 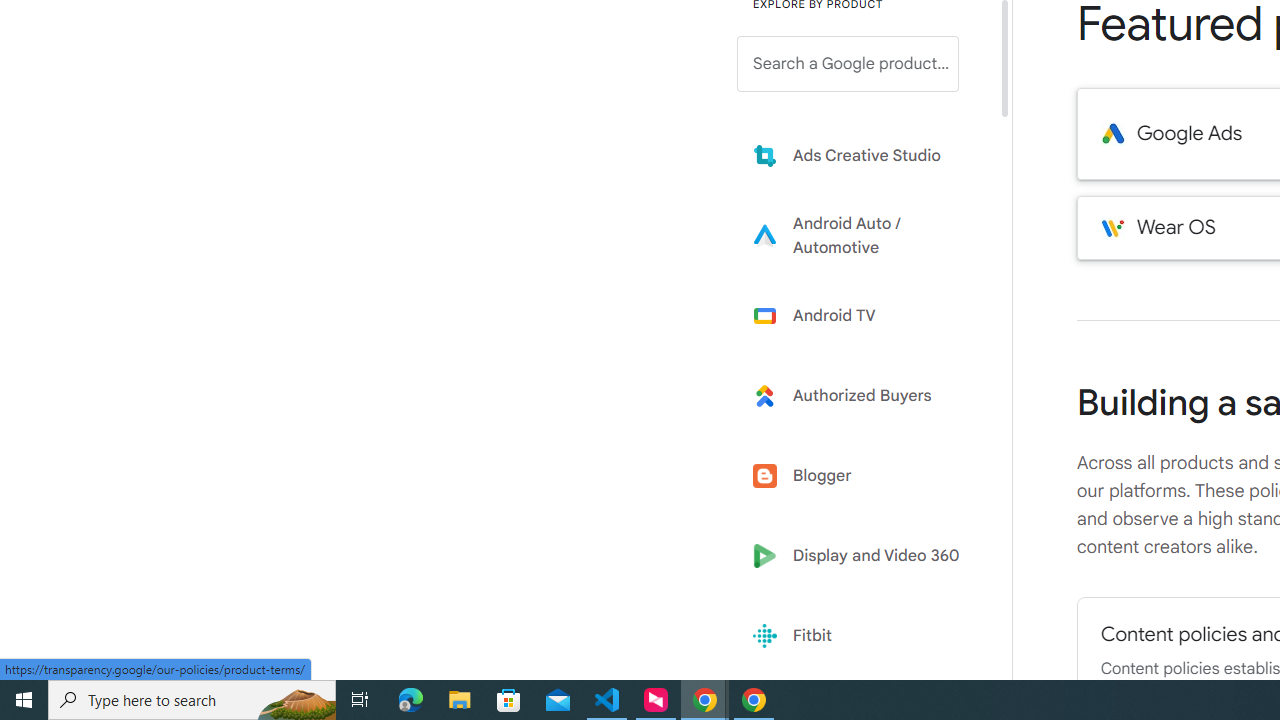 What do you see at coordinates (848, 63) in the screenshot?
I see `'Search a Google product from below list.'` at bounding box center [848, 63].